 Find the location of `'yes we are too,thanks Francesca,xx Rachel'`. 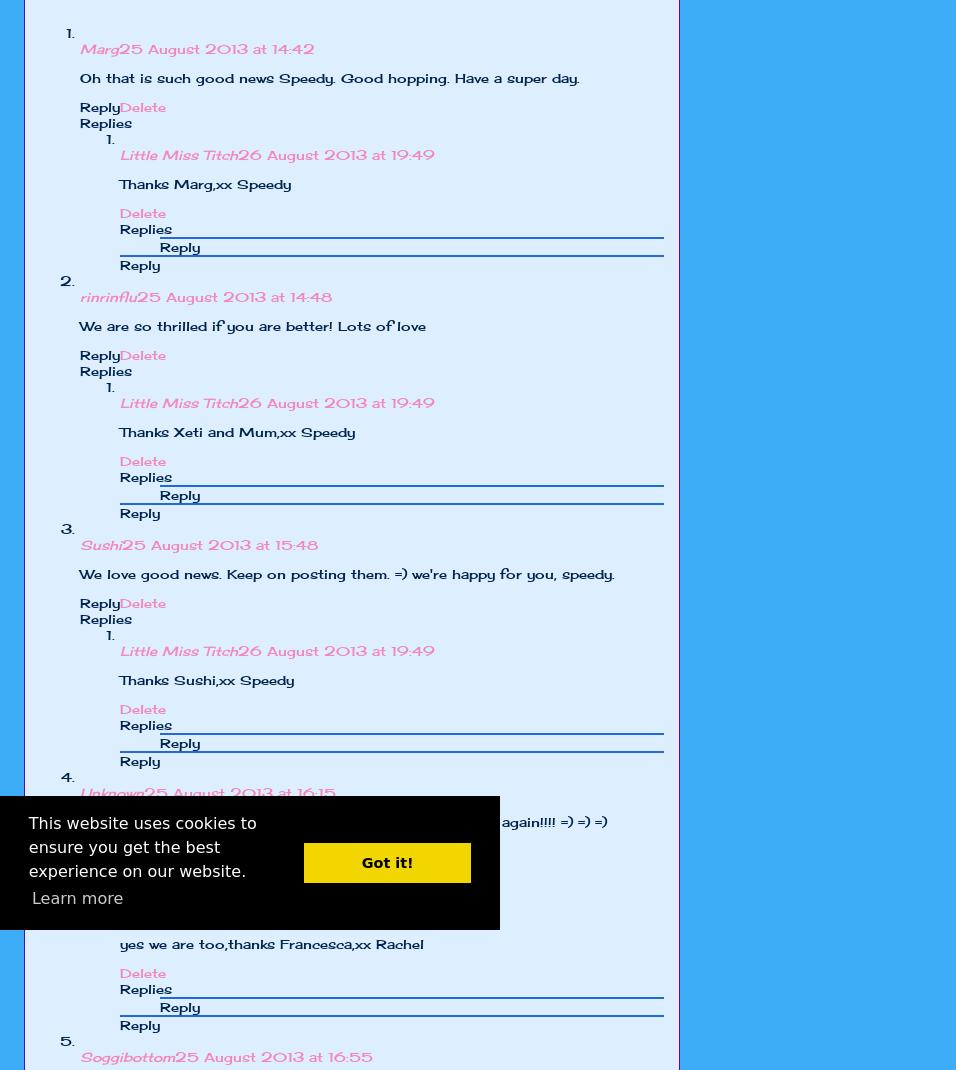

'yes we are too,thanks Francesca,xx Rachel' is located at coordinates (270, 942).